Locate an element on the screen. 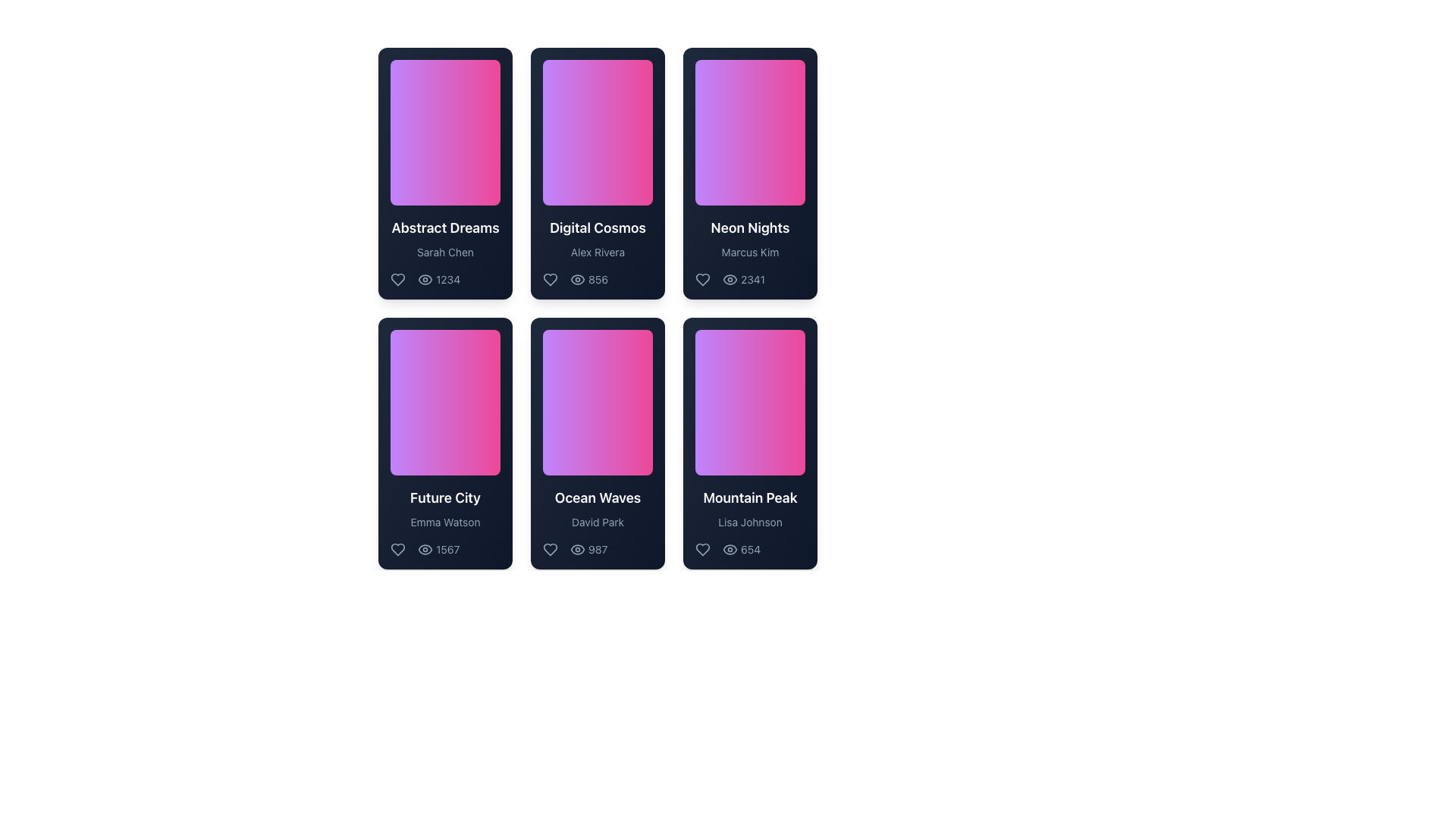 The height and width of the screenshot is (819, 1456). numerical value displayed in the text element representing the number of views associated with the 'Ocean Waves' card, located to the right of the eye icon in the second row, middle column of the grid layout is located at coordinates (597, 550).